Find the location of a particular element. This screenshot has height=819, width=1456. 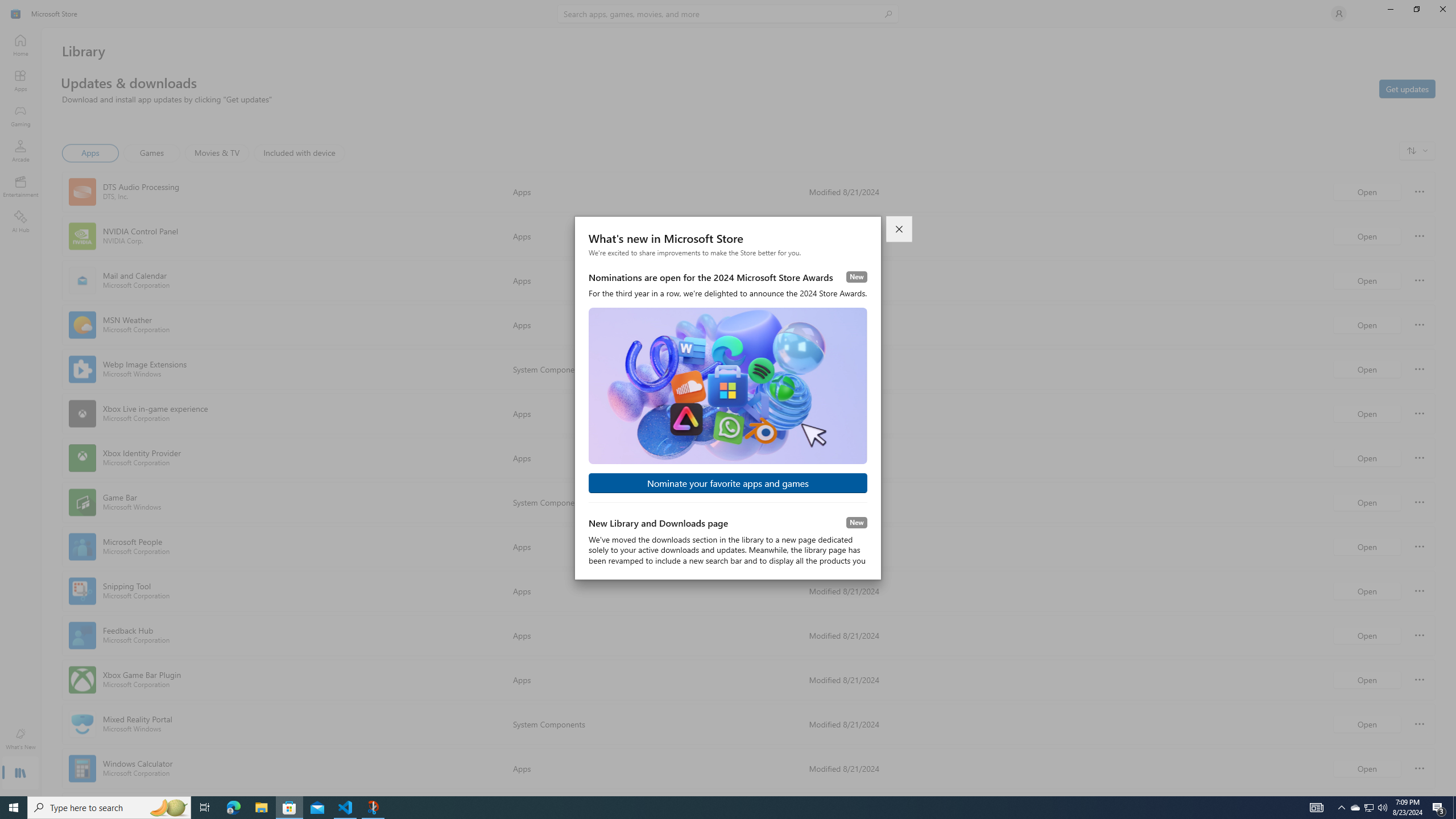

'Get updates' is located at coordinates (1407, 88).